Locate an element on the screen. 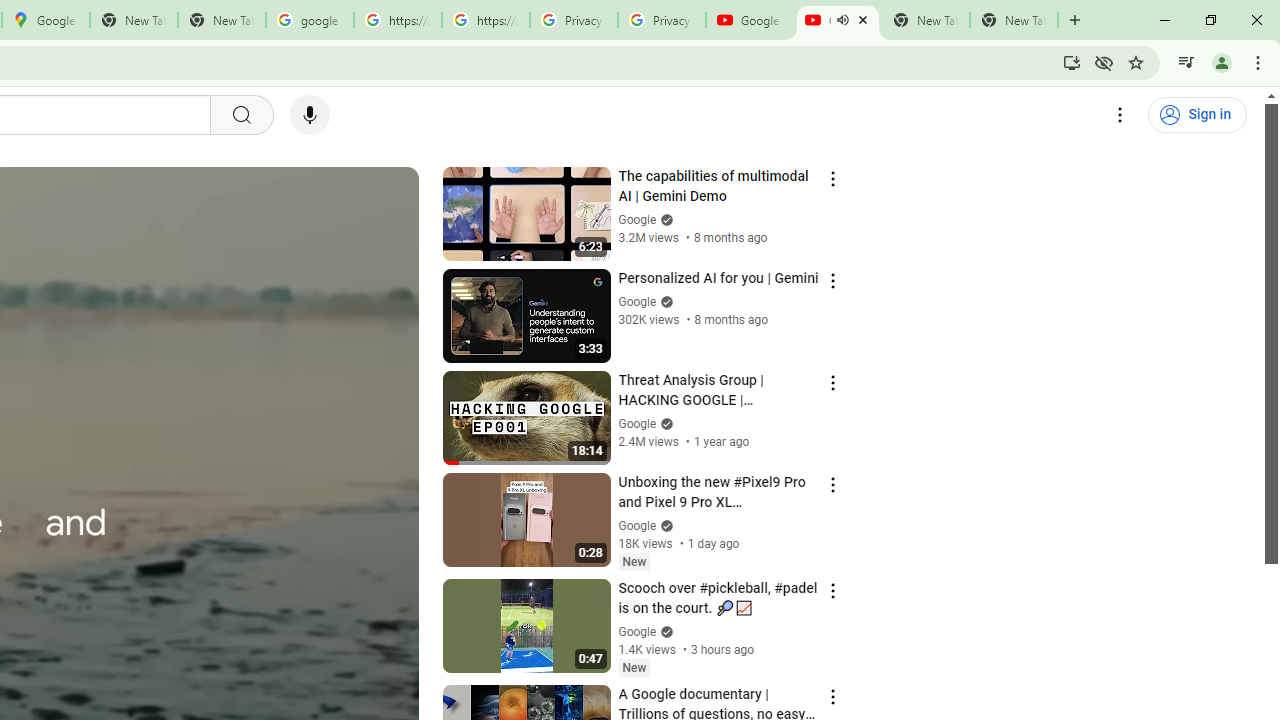  'https://scholar.google.com/' is located at coordinates (485, 20).